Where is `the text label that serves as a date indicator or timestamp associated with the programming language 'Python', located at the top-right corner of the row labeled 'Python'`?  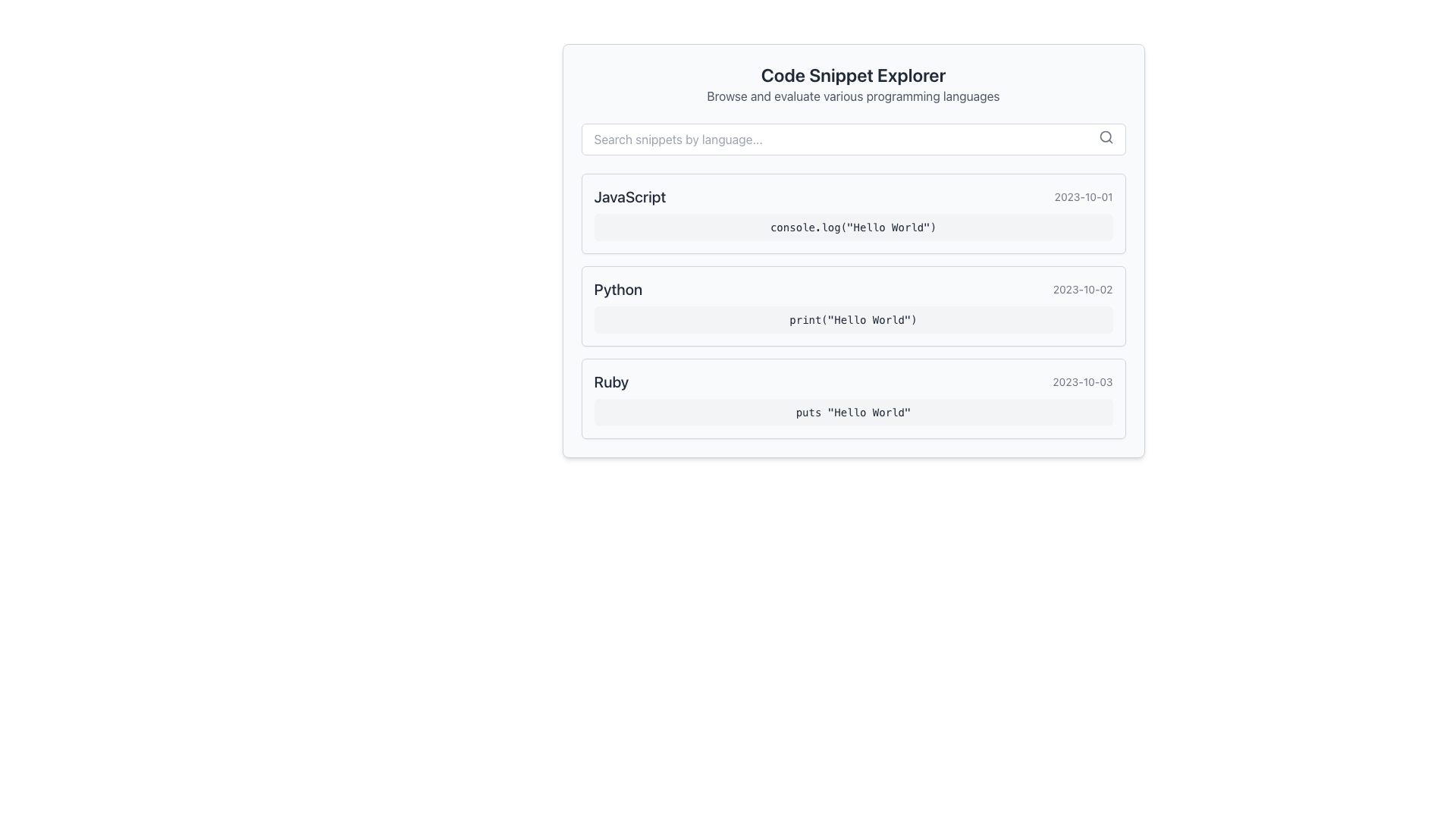 the text label that serves as a date indicator or timestamp associated with the programming language 'Python', located at the top-right corner of the row labeled 'Python' is located at coordinates (1082, 289).